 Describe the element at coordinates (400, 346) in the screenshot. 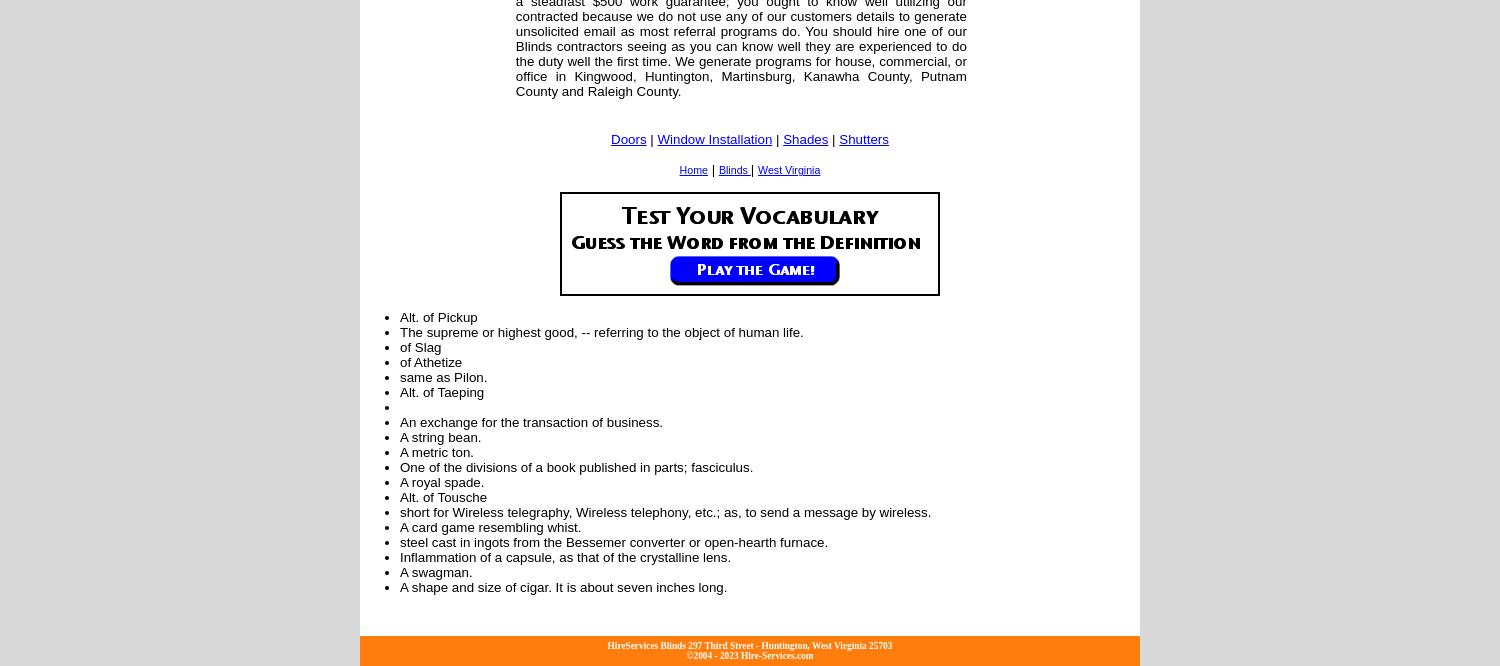

I see `'of Slag'` at that location.